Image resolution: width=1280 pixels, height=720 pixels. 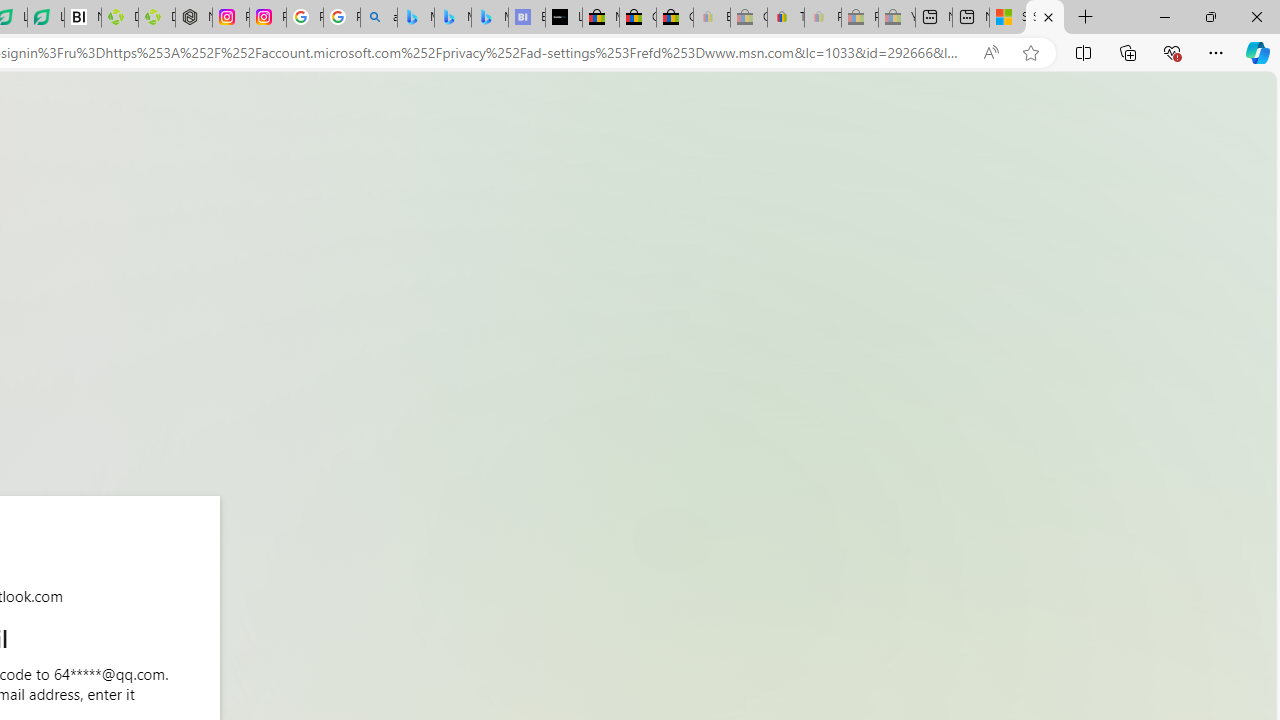 I want to click on 'Payments Terms of Use | eBay.com - Sleeping', so click(x=823, y=17).